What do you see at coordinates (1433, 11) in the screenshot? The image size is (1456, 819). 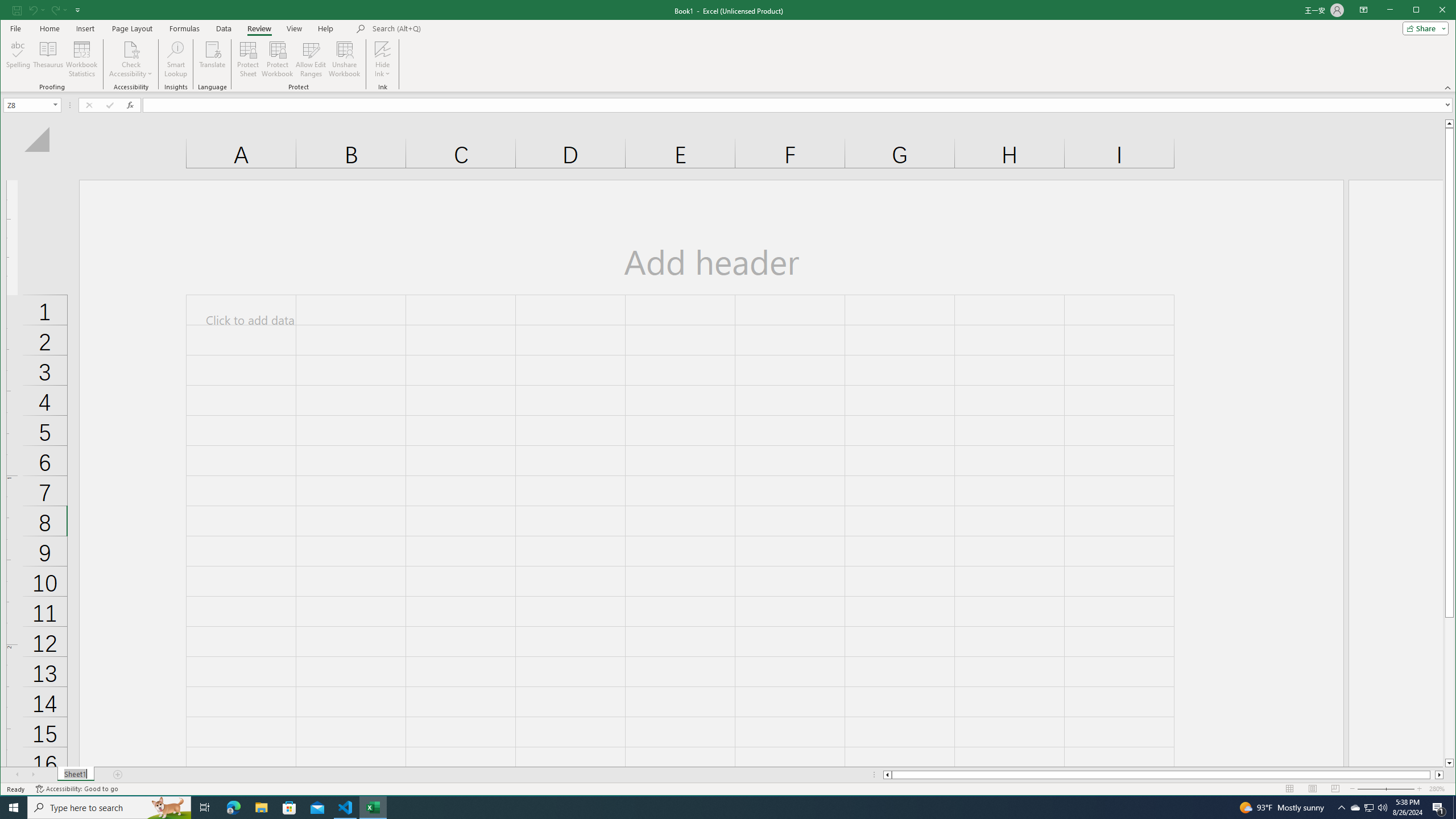 I see `'Maximize'` at bounding box center [1433, 11].